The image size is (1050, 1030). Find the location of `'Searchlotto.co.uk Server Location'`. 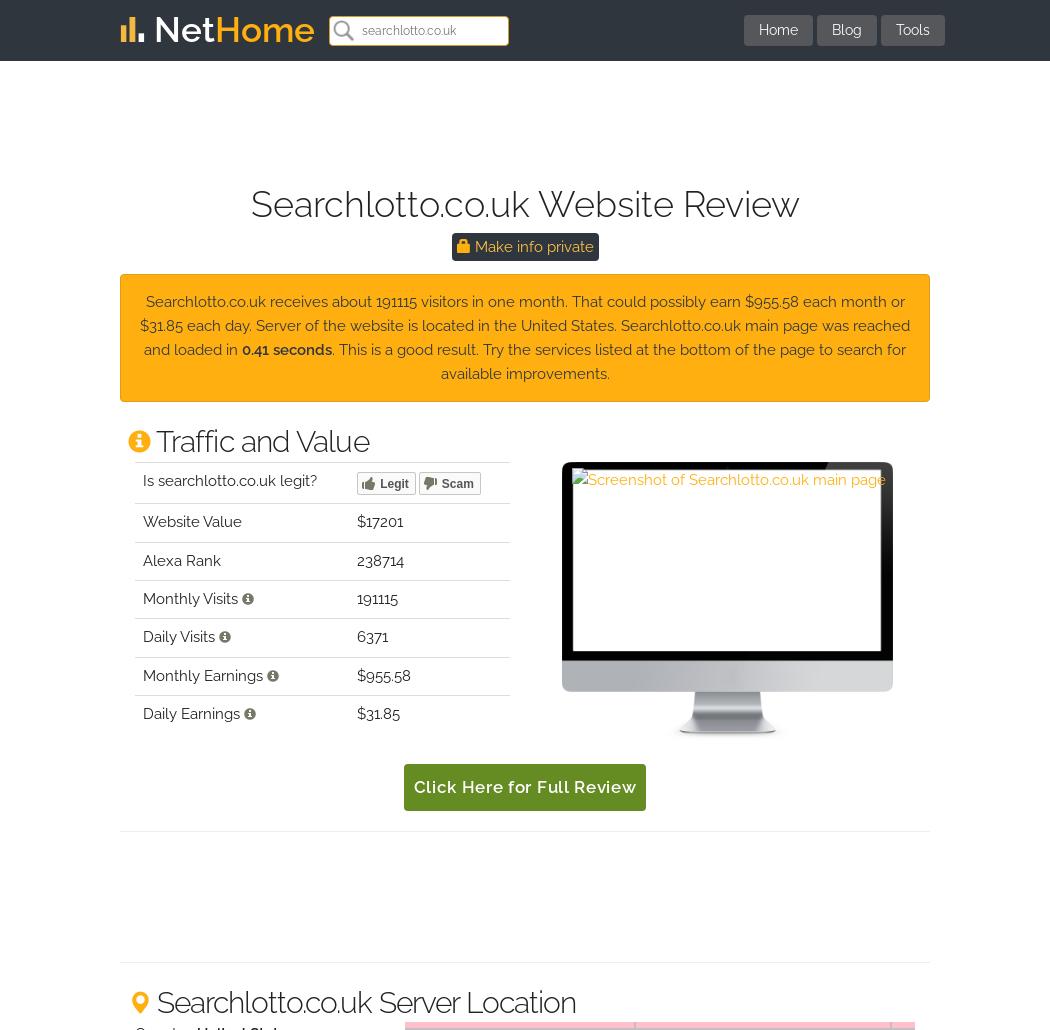

'Searchlotto.co.uk Server Location' is located at coordinates (361, 1000).